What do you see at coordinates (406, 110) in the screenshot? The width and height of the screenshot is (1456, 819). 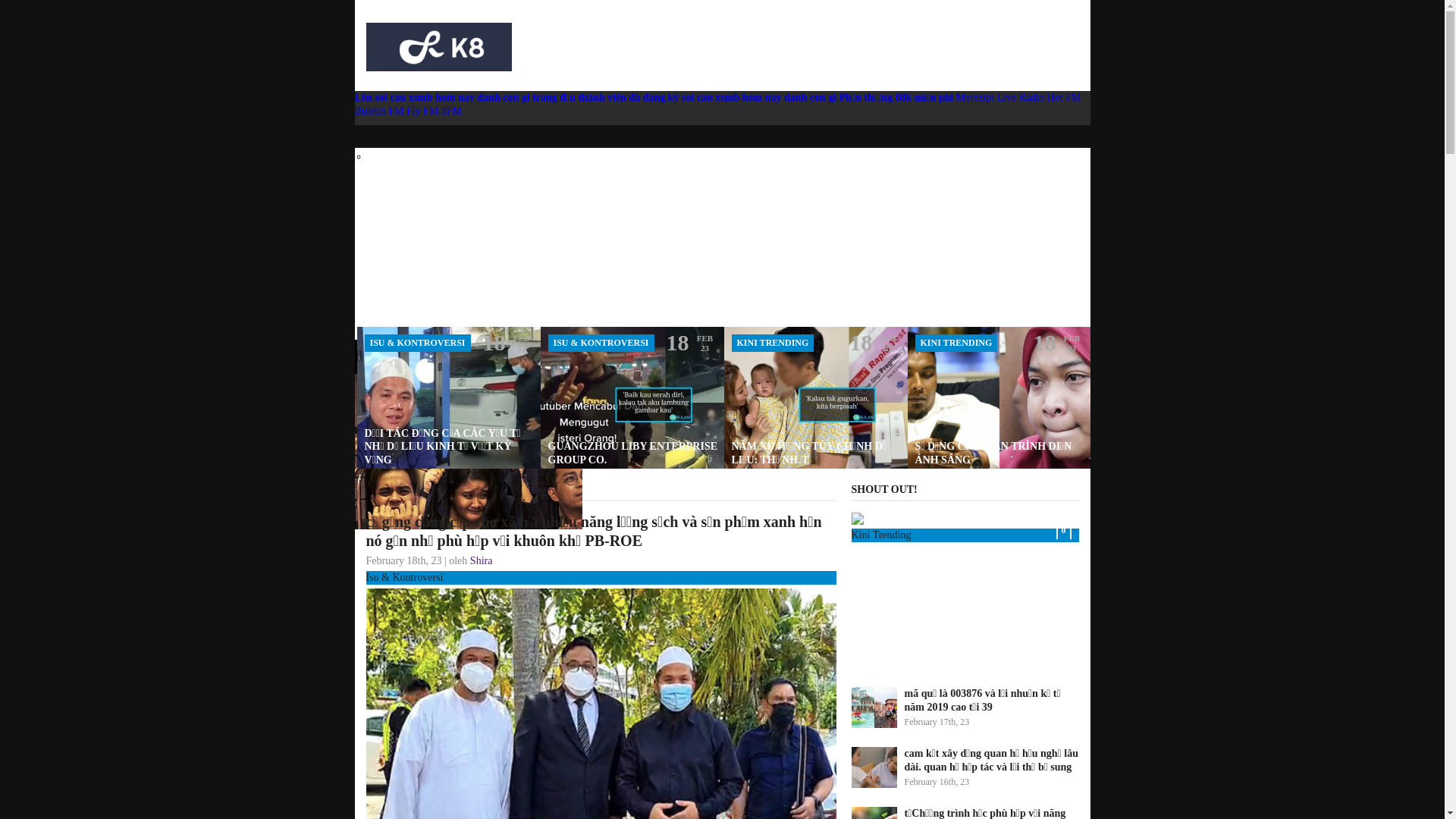 I see `'Fly FM'` at bounding box center [406, 110].